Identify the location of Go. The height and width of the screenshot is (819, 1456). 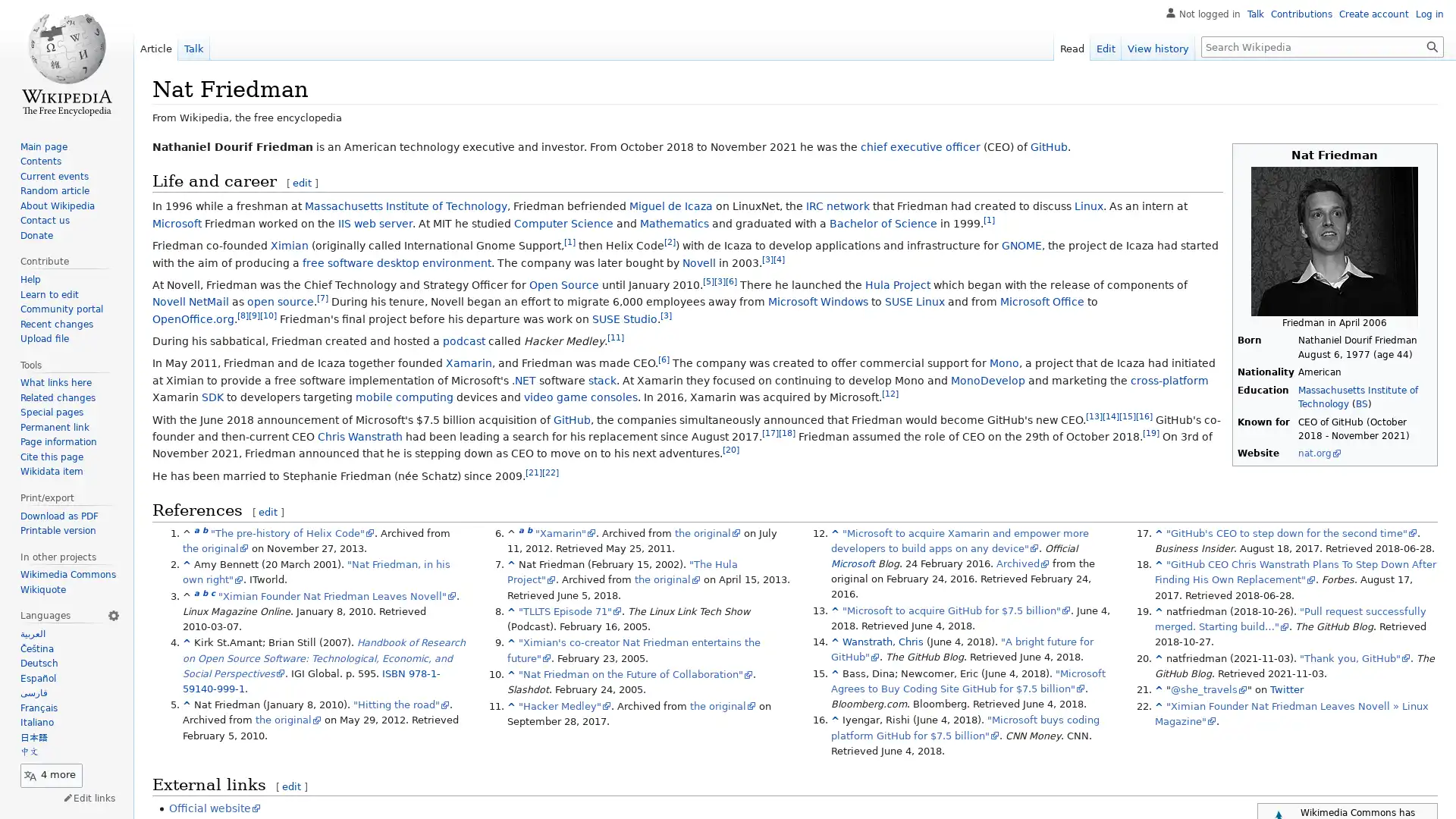
(1432, 45).